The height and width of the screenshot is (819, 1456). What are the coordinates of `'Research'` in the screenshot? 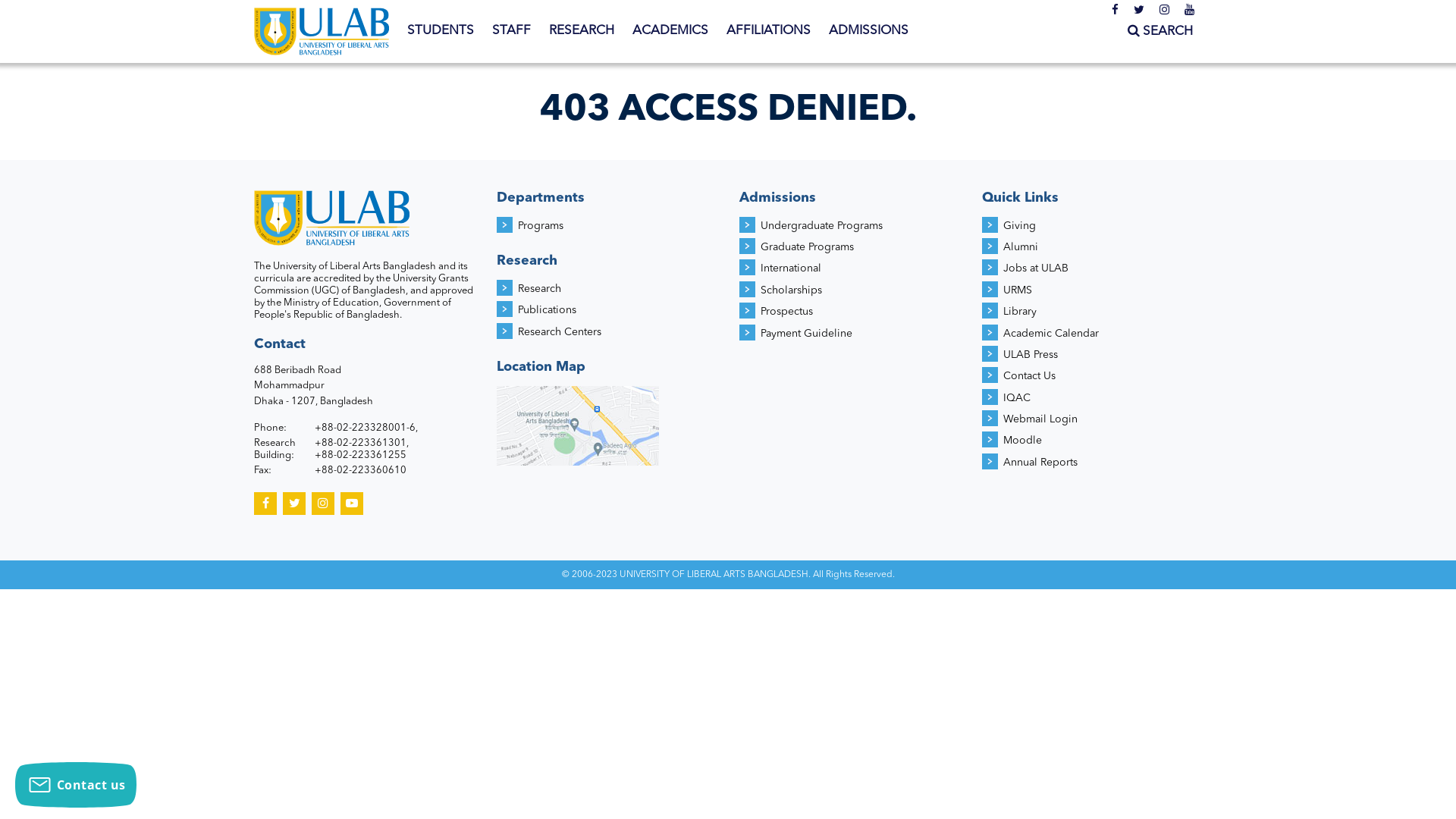 It's located at (517, 289).